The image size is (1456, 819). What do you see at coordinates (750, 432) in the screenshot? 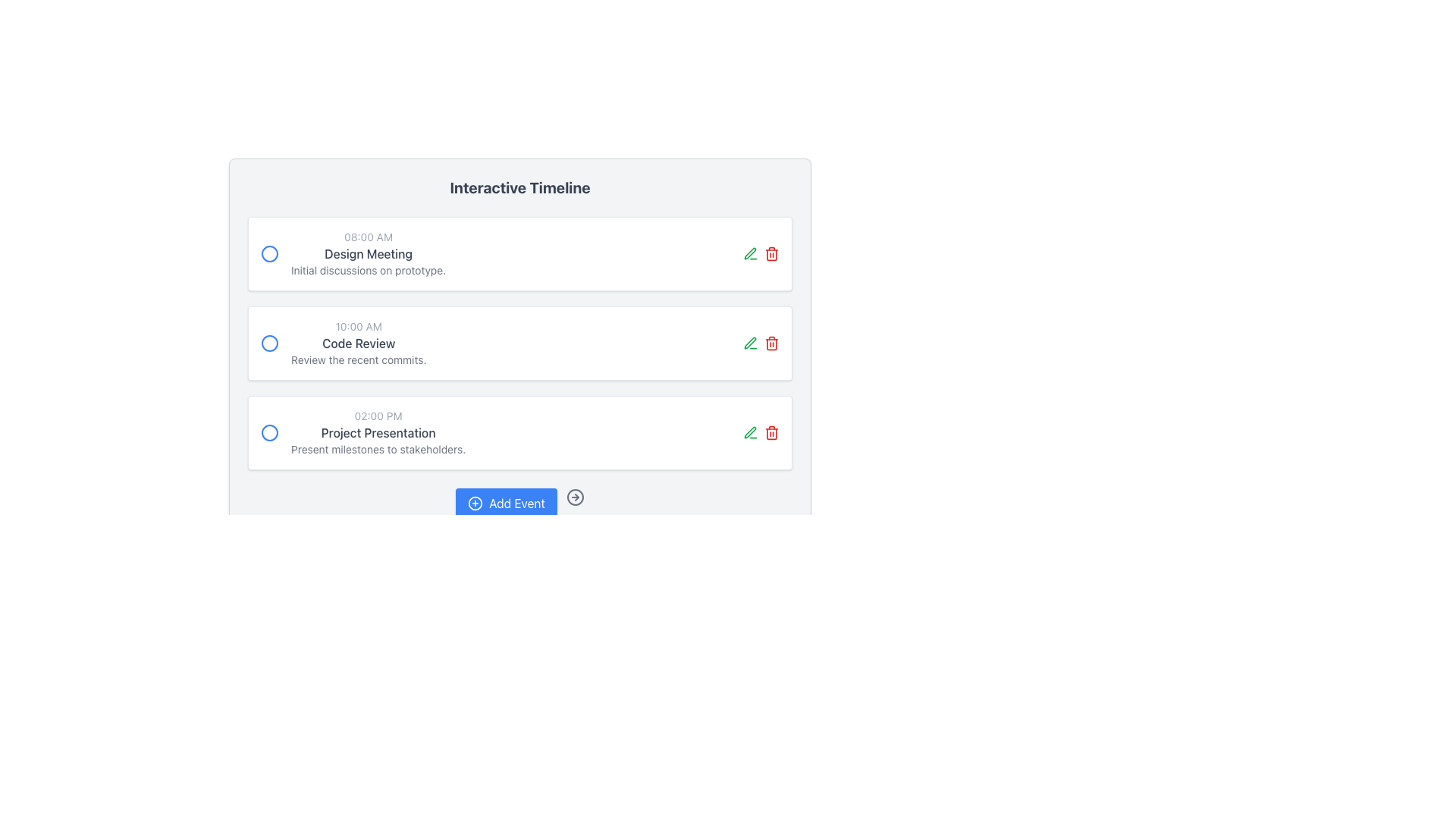
I see `the green pencil icon located to the left of the trash bin icon in the group of icons on the right-hand side of the timeline entry for 'Project Presentation'` at bounding box center [750, 432].